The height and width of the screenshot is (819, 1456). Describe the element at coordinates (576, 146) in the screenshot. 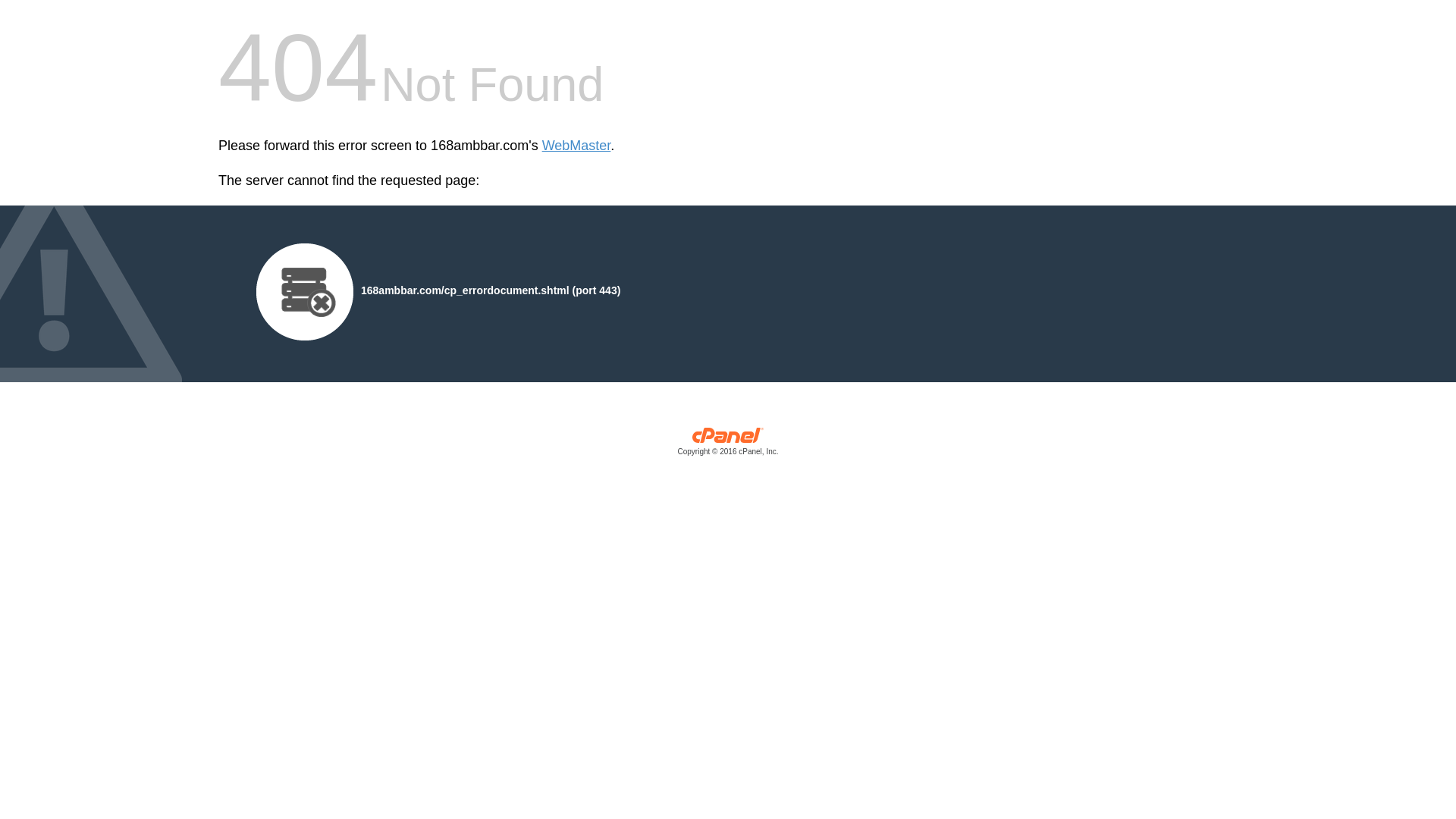

I see `'WebMaster'` at that location.